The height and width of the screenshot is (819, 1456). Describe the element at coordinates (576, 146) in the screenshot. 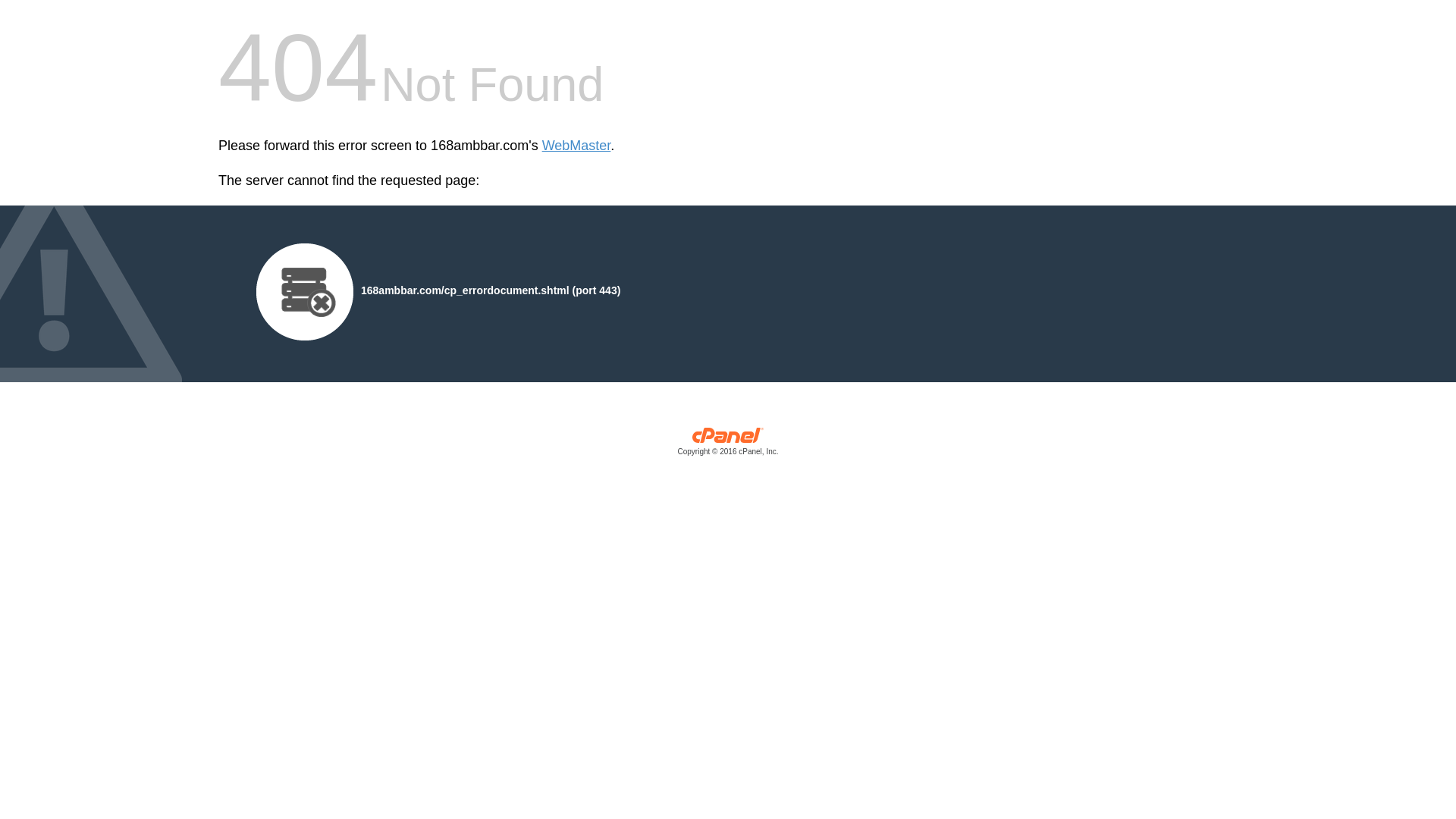

I see `'WebMaster'` at that location.